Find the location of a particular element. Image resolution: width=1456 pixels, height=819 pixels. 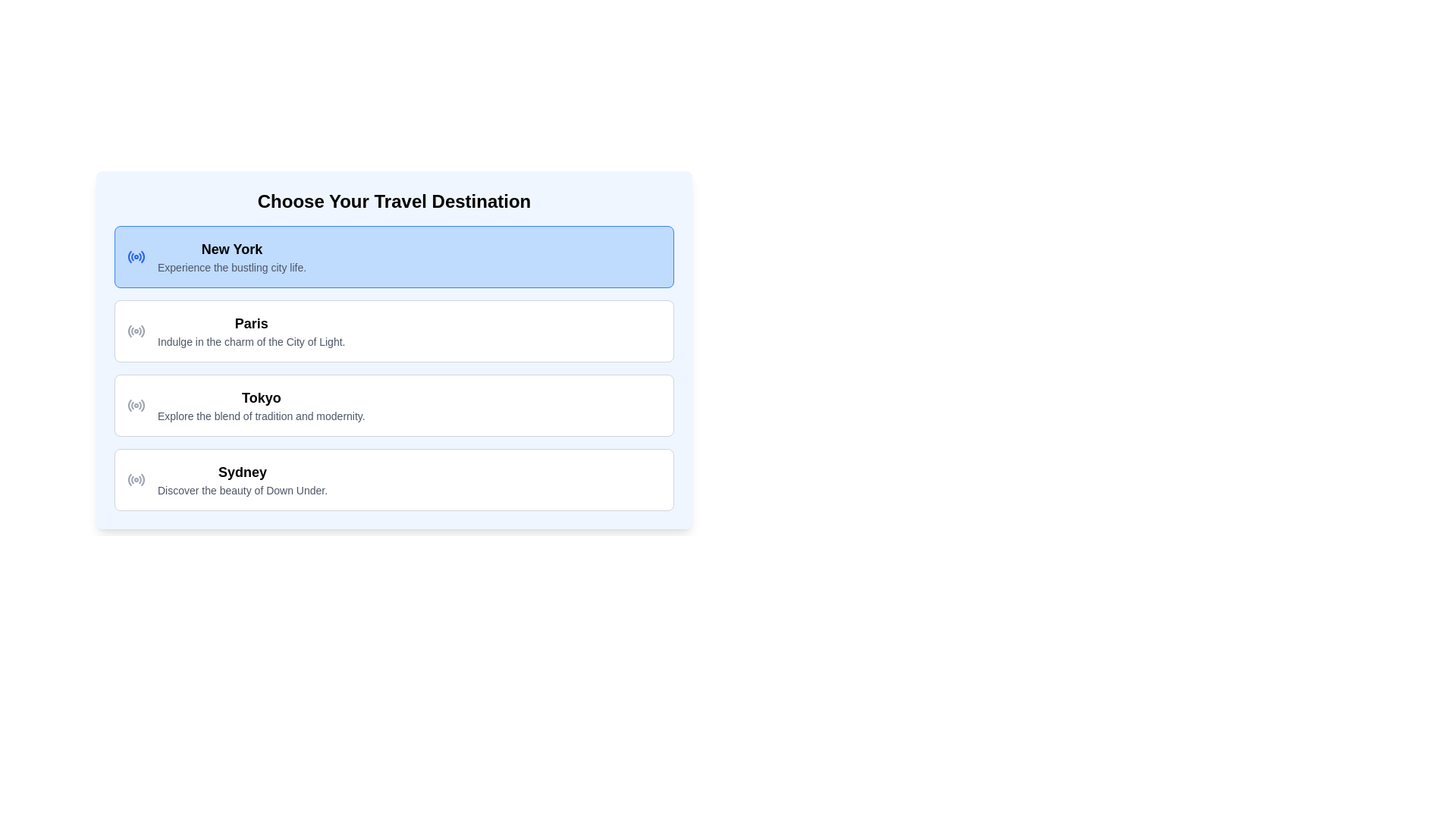

the text display element that shows 'New York' on a blue background, which is the first item in a list of travel destinations is located at coordinates (231, 256).